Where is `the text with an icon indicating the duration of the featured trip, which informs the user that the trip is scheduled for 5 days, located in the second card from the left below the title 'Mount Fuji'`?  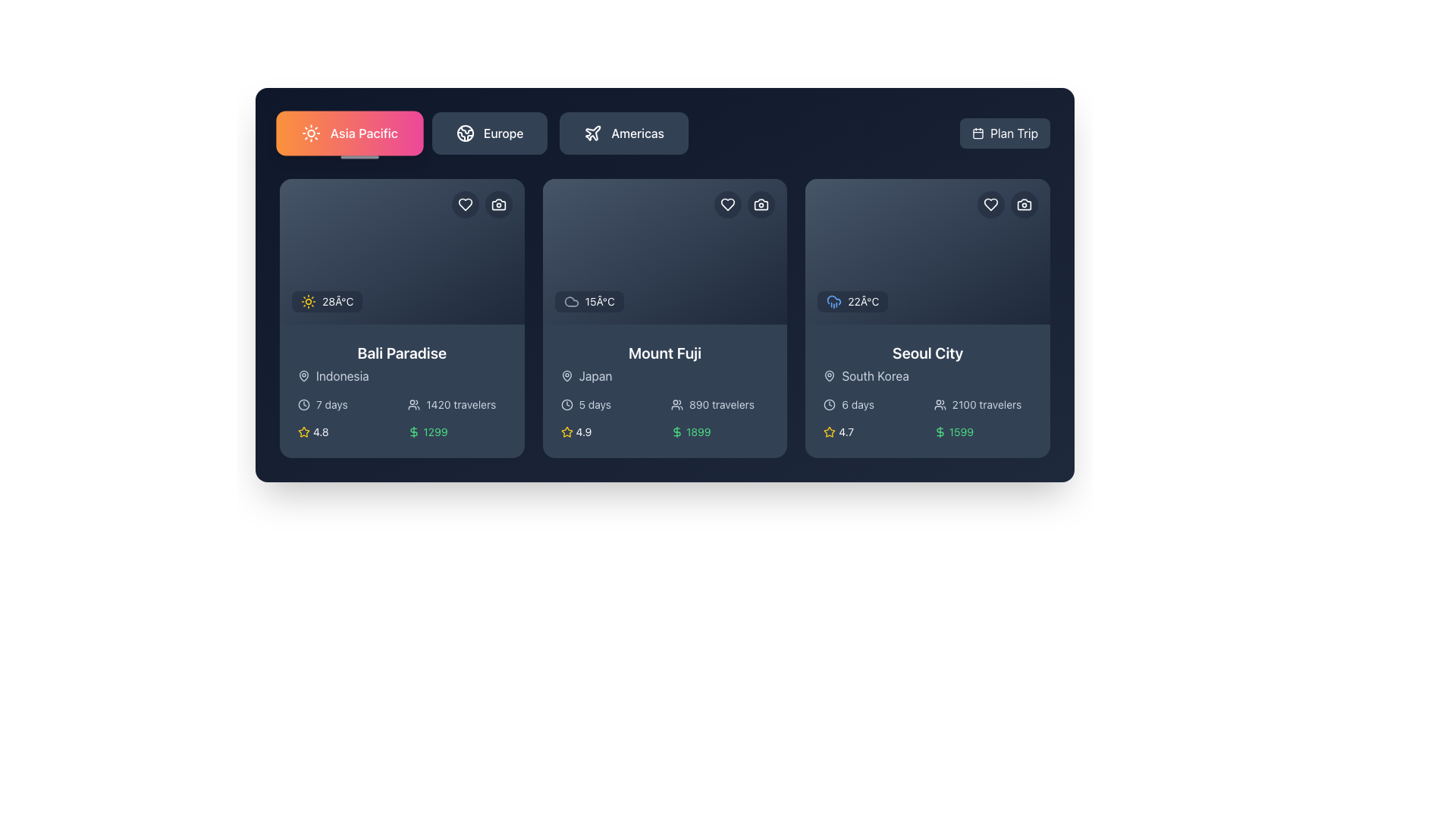 the text with an icon indicating the duration of the featured trip, which informs the user that the trip is scheduled for 5 days, located in the second card from the left below the title 'Mount Fuji' is located at coordinates (610, 403).